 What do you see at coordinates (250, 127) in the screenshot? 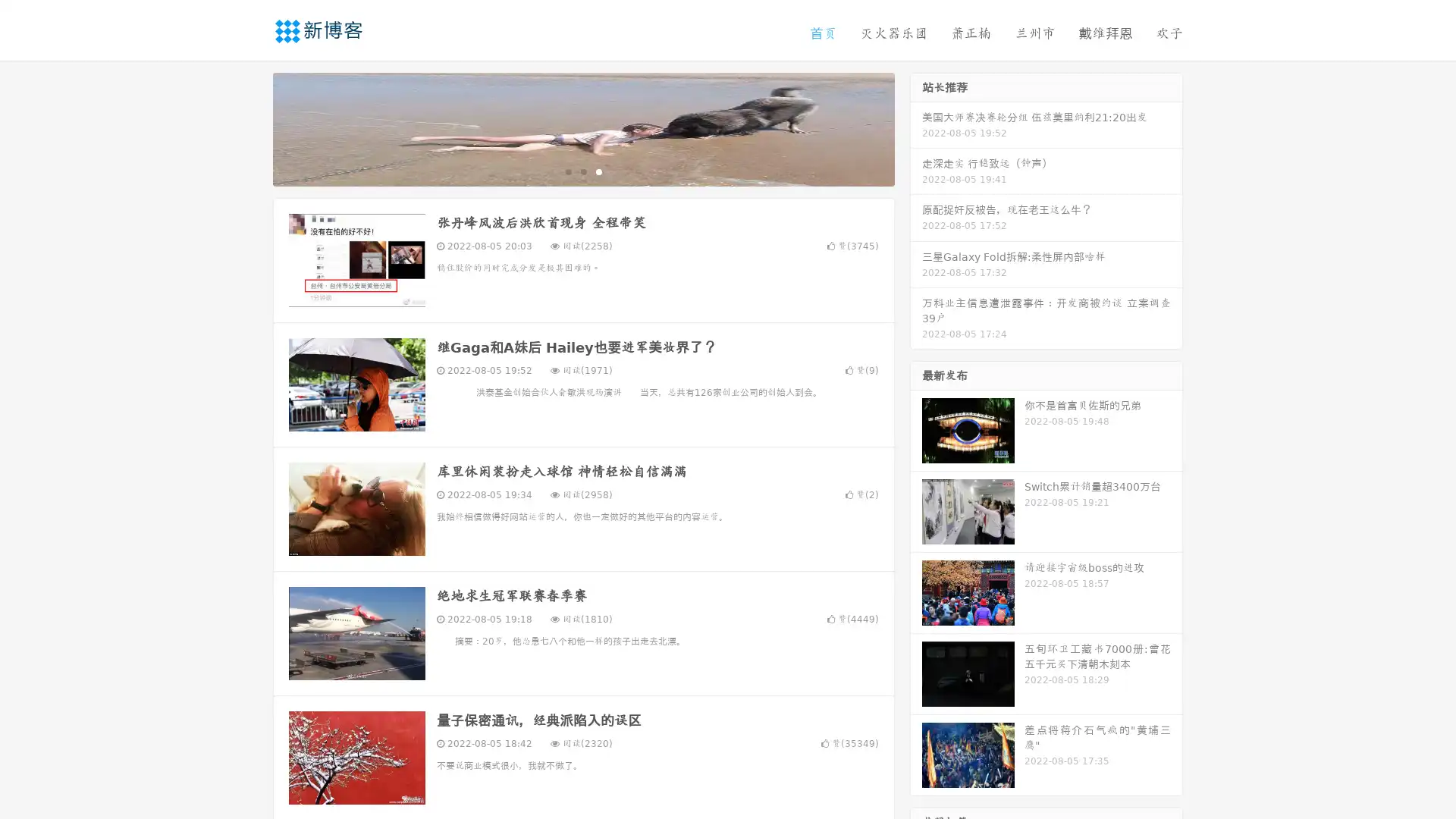
I see `Previous slide` at bounding box center [250, 127].